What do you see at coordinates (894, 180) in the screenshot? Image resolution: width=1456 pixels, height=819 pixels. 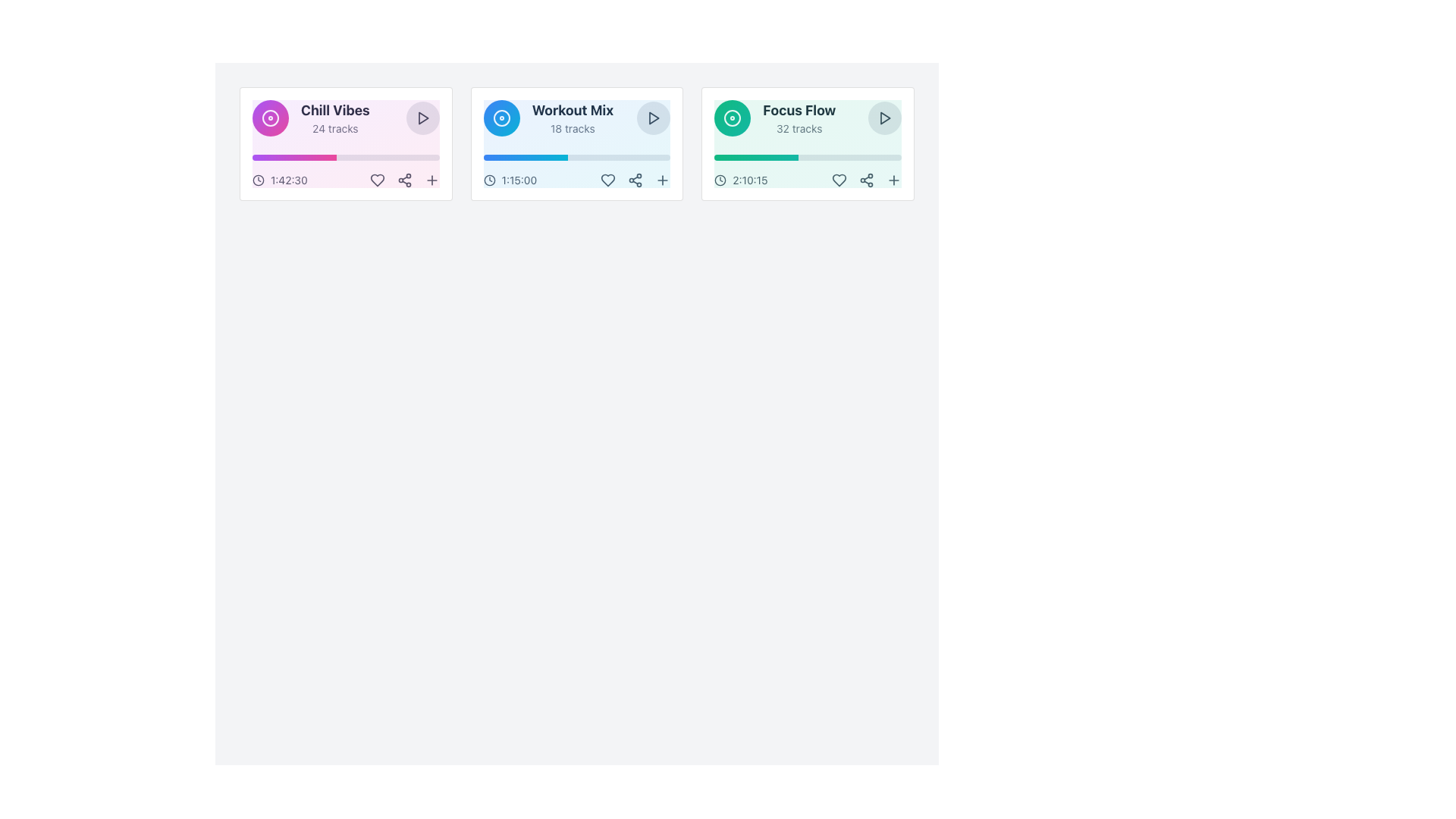 I see `the '+' button located at the bottom right of the 'Focus Flow' card` at bounding box center [894, 180].